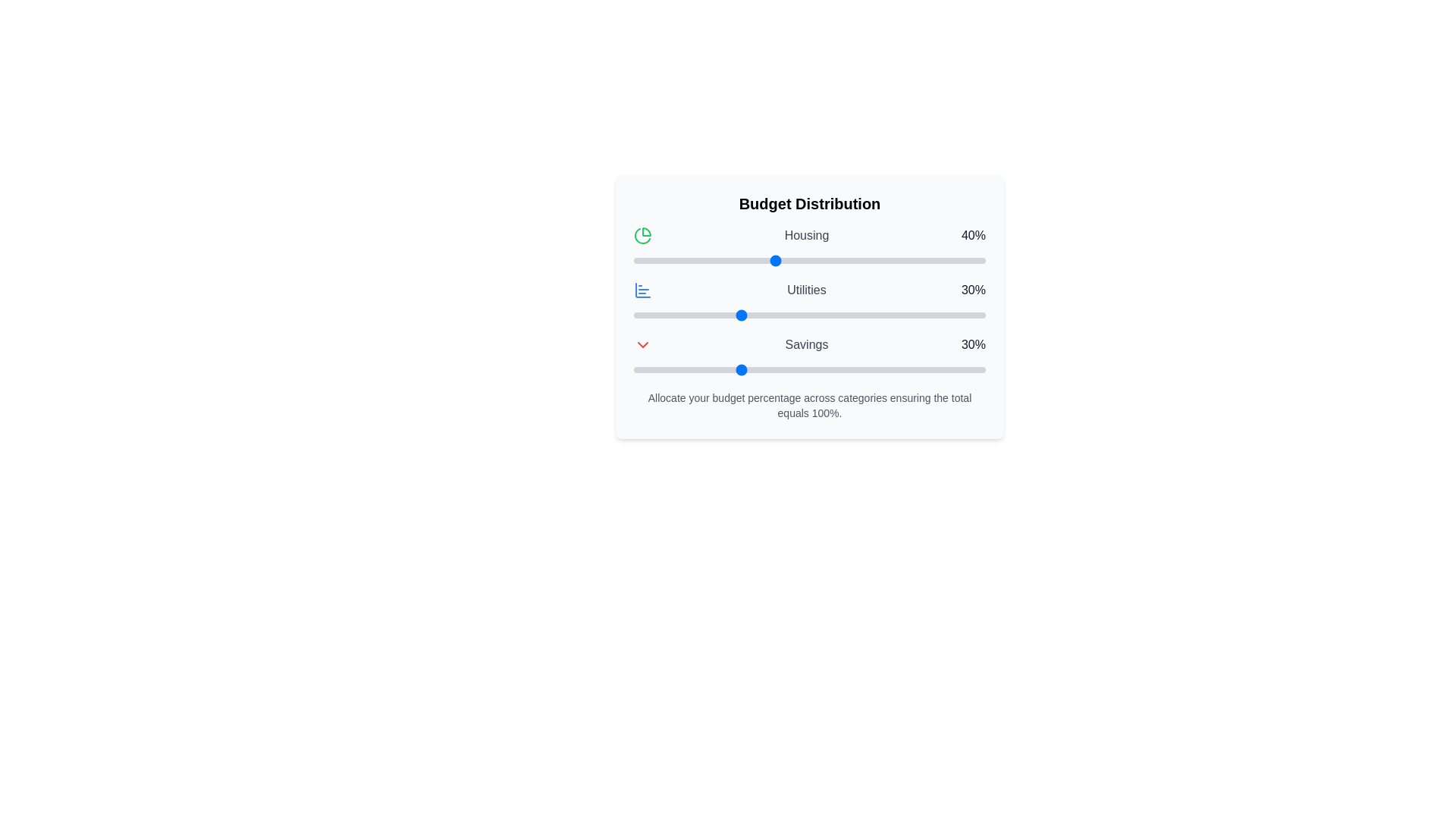  Describe the element at coordinates (823, 259) in the screenshot. I see `housing budget` at that location.